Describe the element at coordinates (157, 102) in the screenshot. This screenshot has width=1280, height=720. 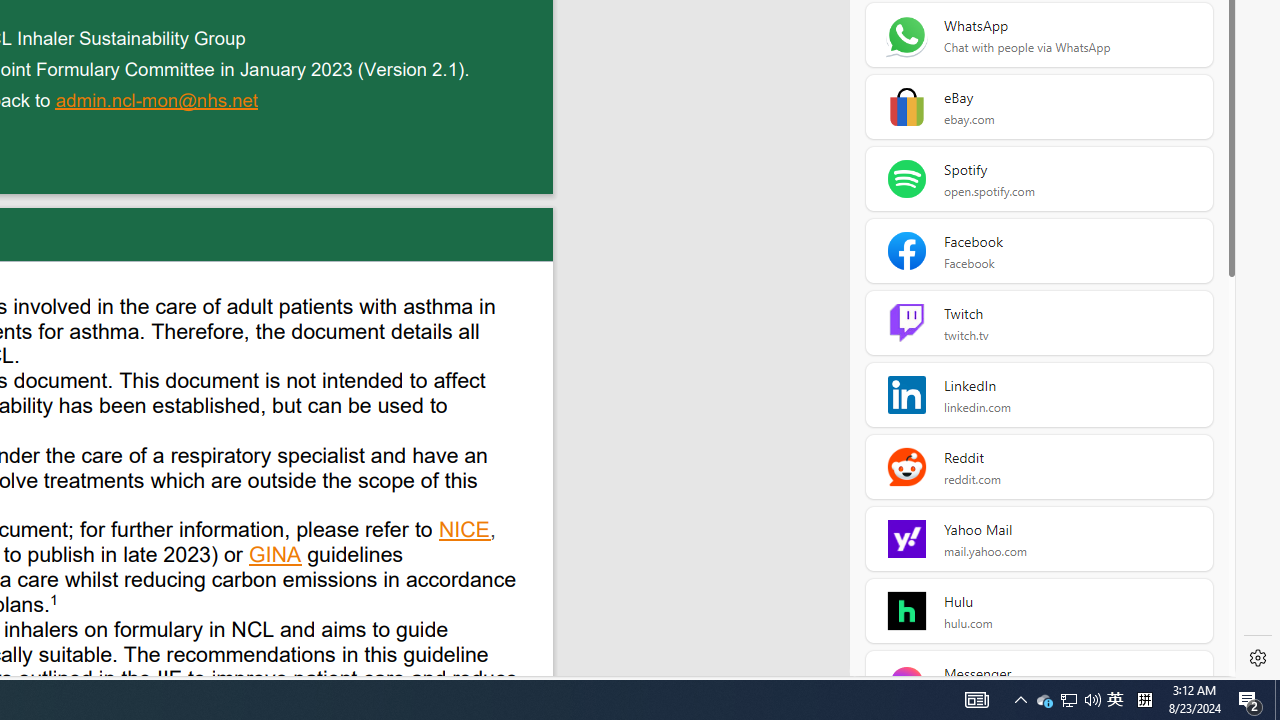
I see `'admin.ncl-mon@nhs.net'` at that location.